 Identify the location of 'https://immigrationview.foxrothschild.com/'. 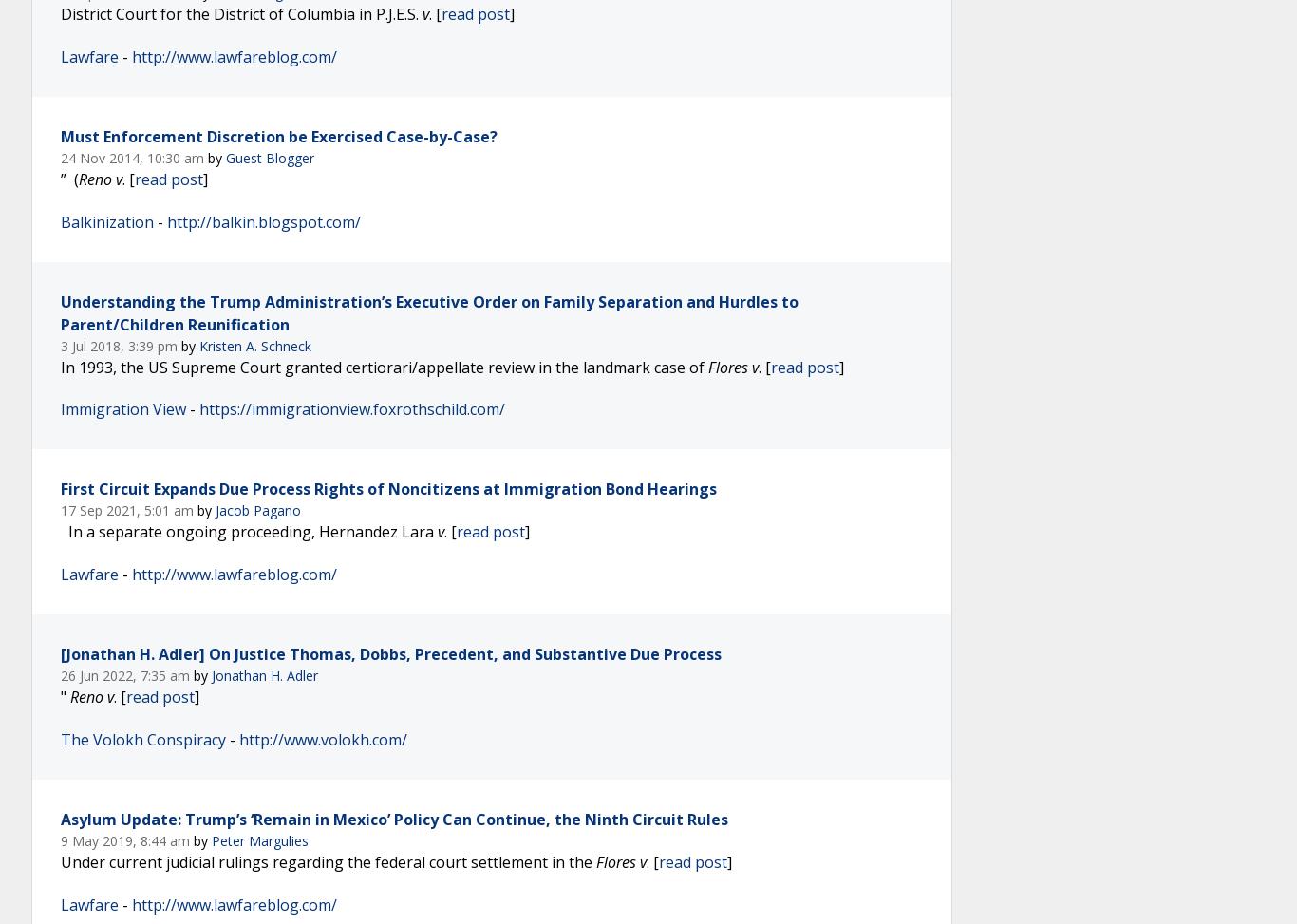
(351, 409).